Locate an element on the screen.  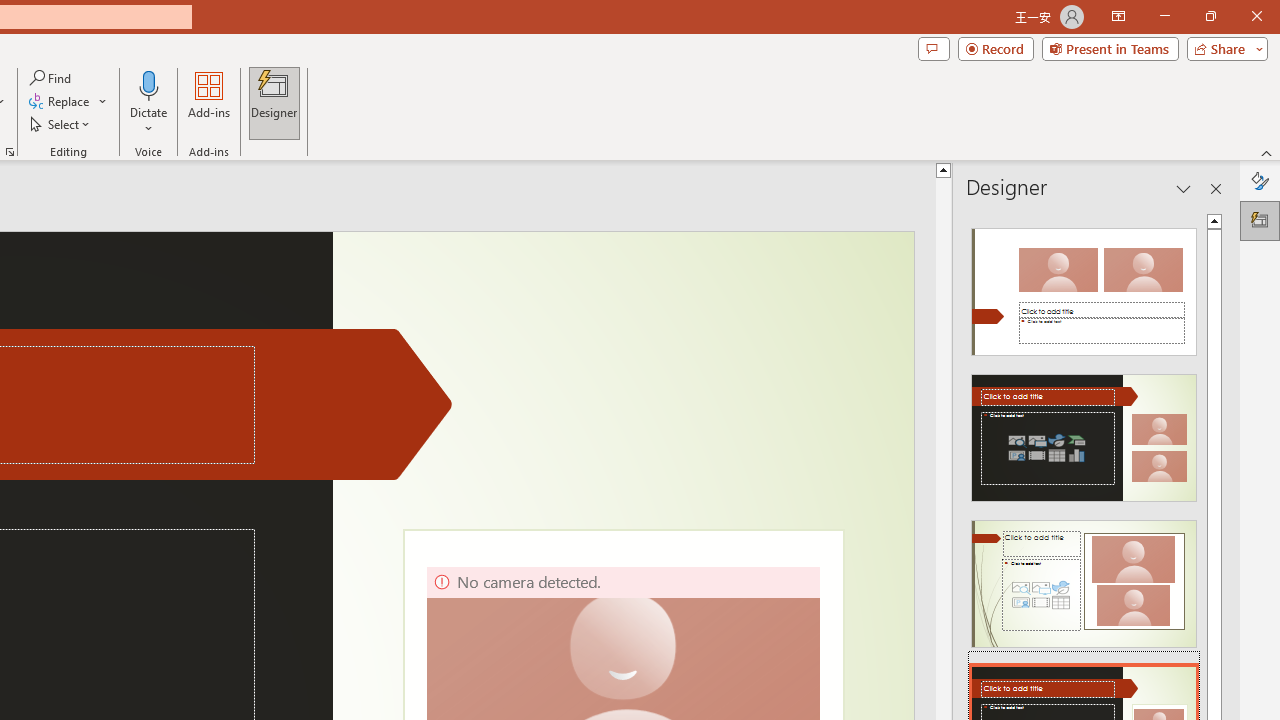
'Replace...' is located at coordinates (60, 101).